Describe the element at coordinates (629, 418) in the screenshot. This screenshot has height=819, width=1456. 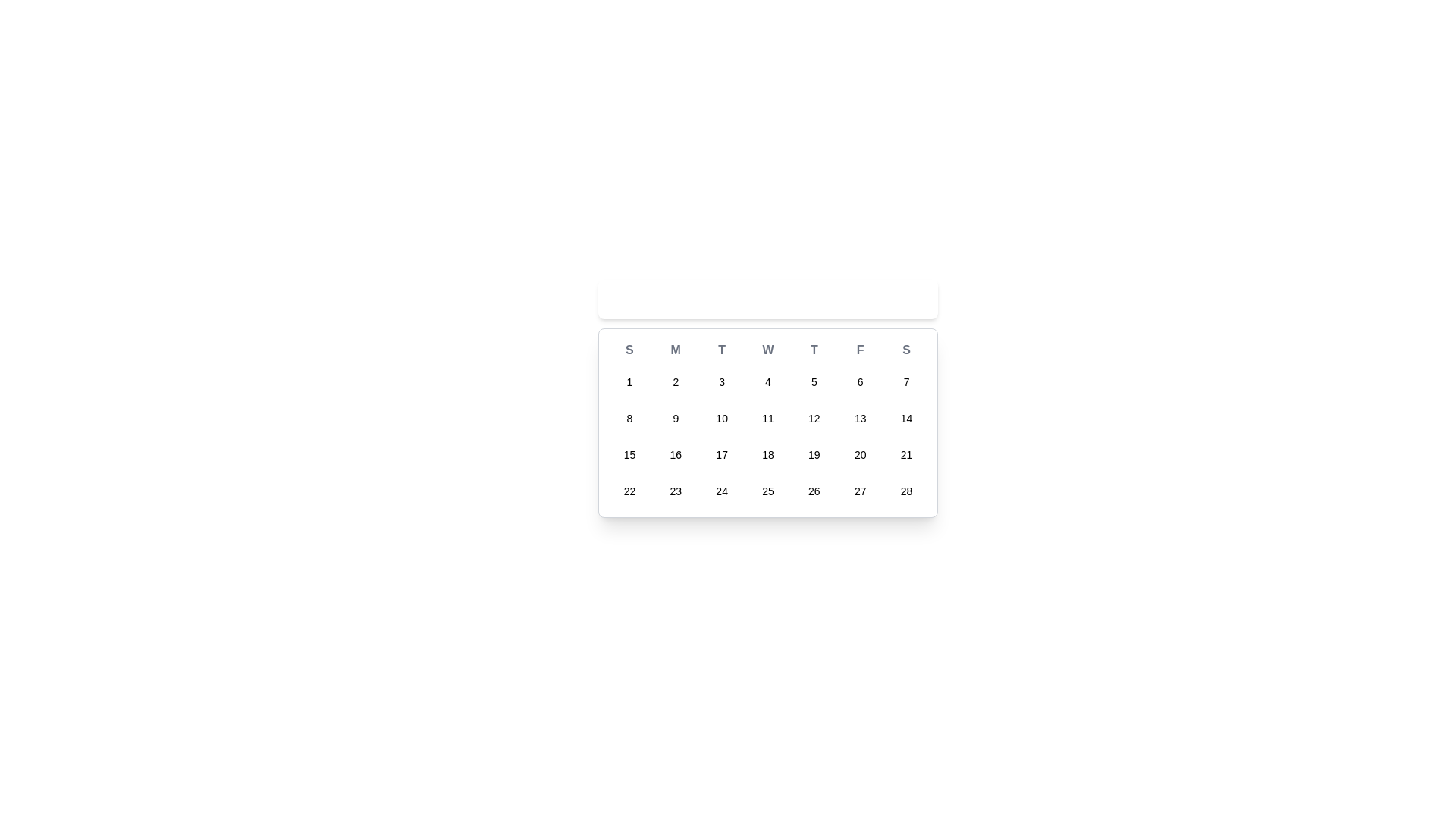
I see `the button labeled '8'` at that location.